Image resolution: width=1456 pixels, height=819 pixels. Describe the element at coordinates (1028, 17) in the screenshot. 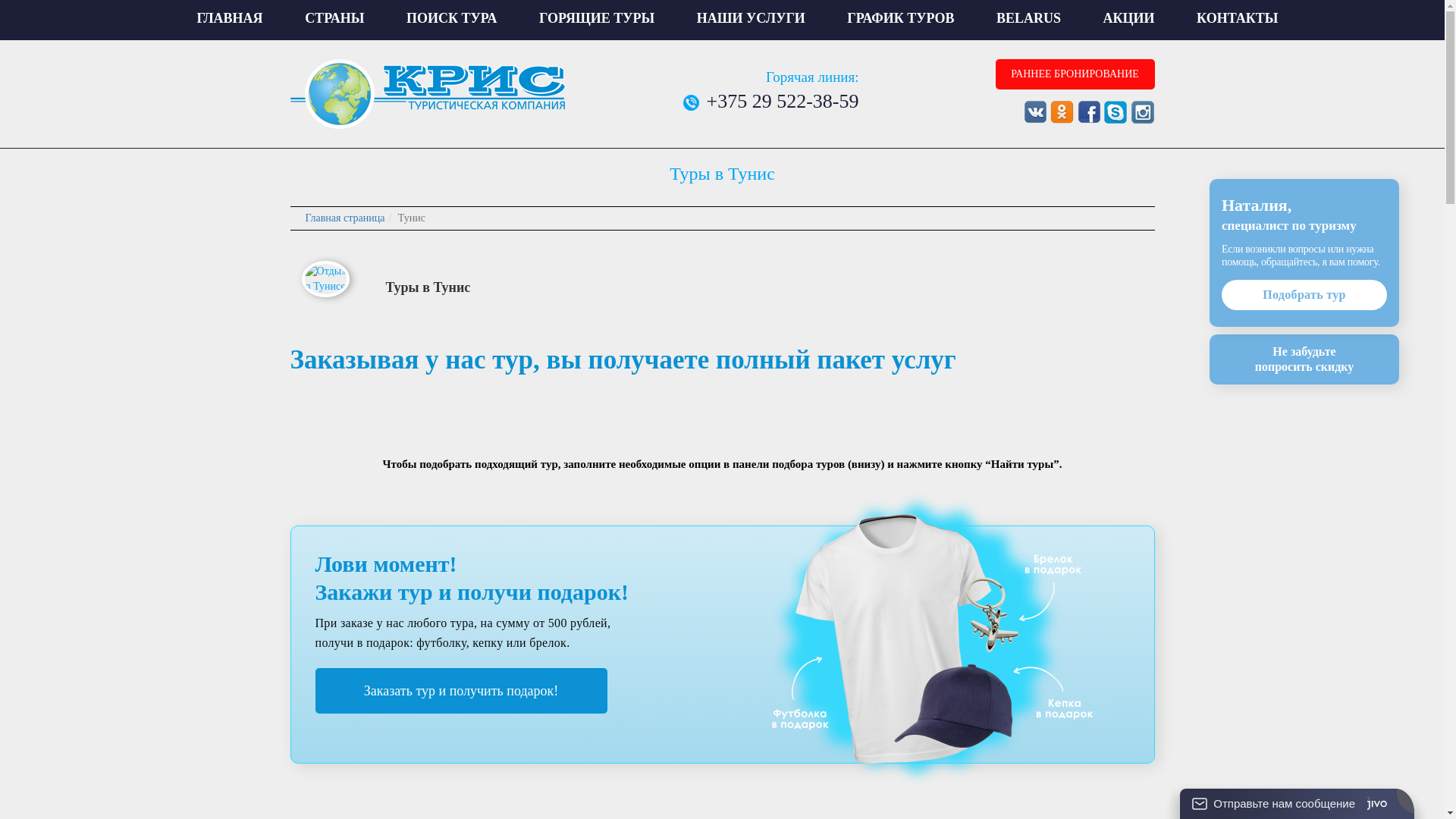

I see `'BELARUS'` at that location.